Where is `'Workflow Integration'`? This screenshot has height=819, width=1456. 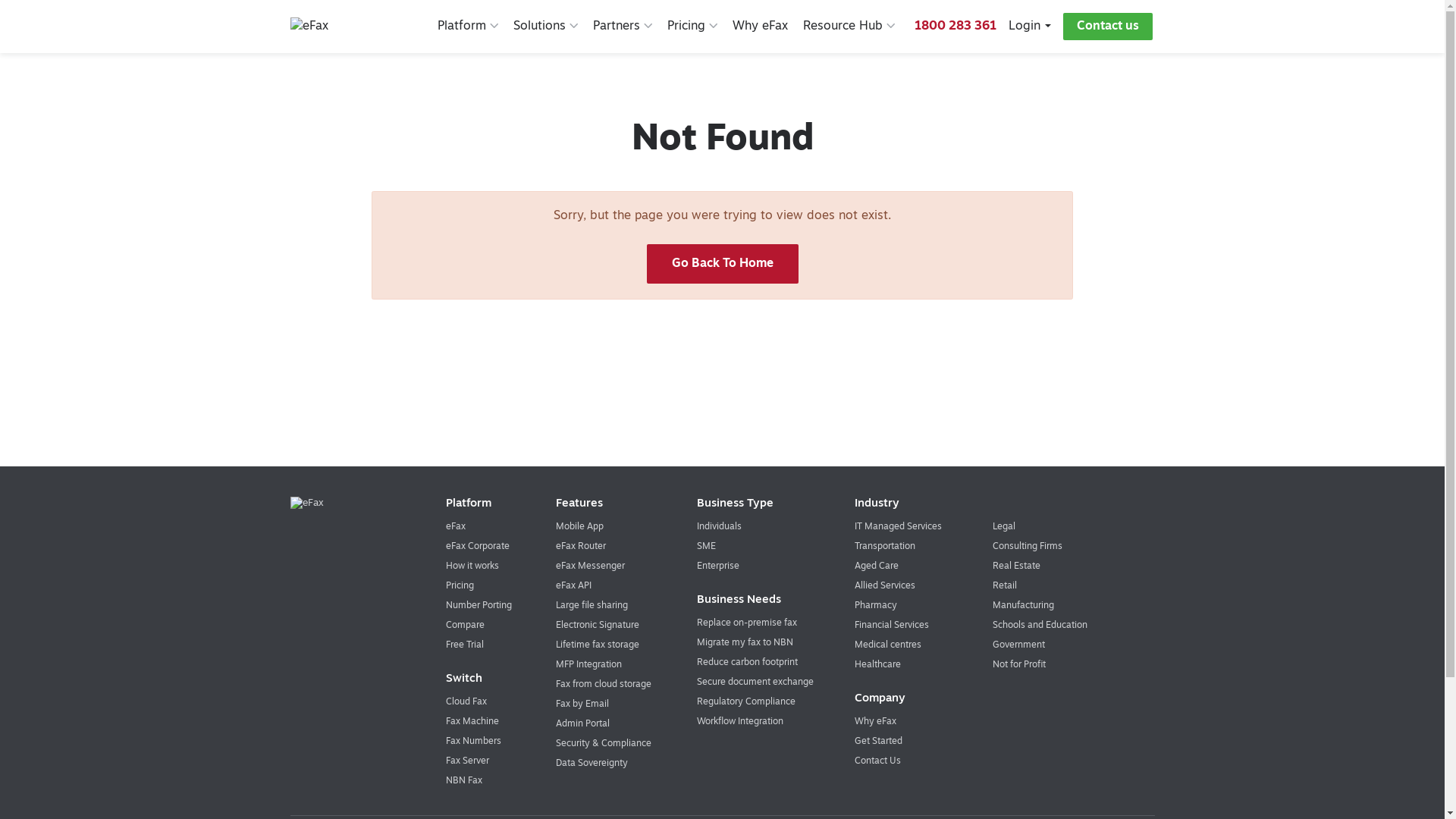
'Workflow Integration' is located at coordinates (695, 721).